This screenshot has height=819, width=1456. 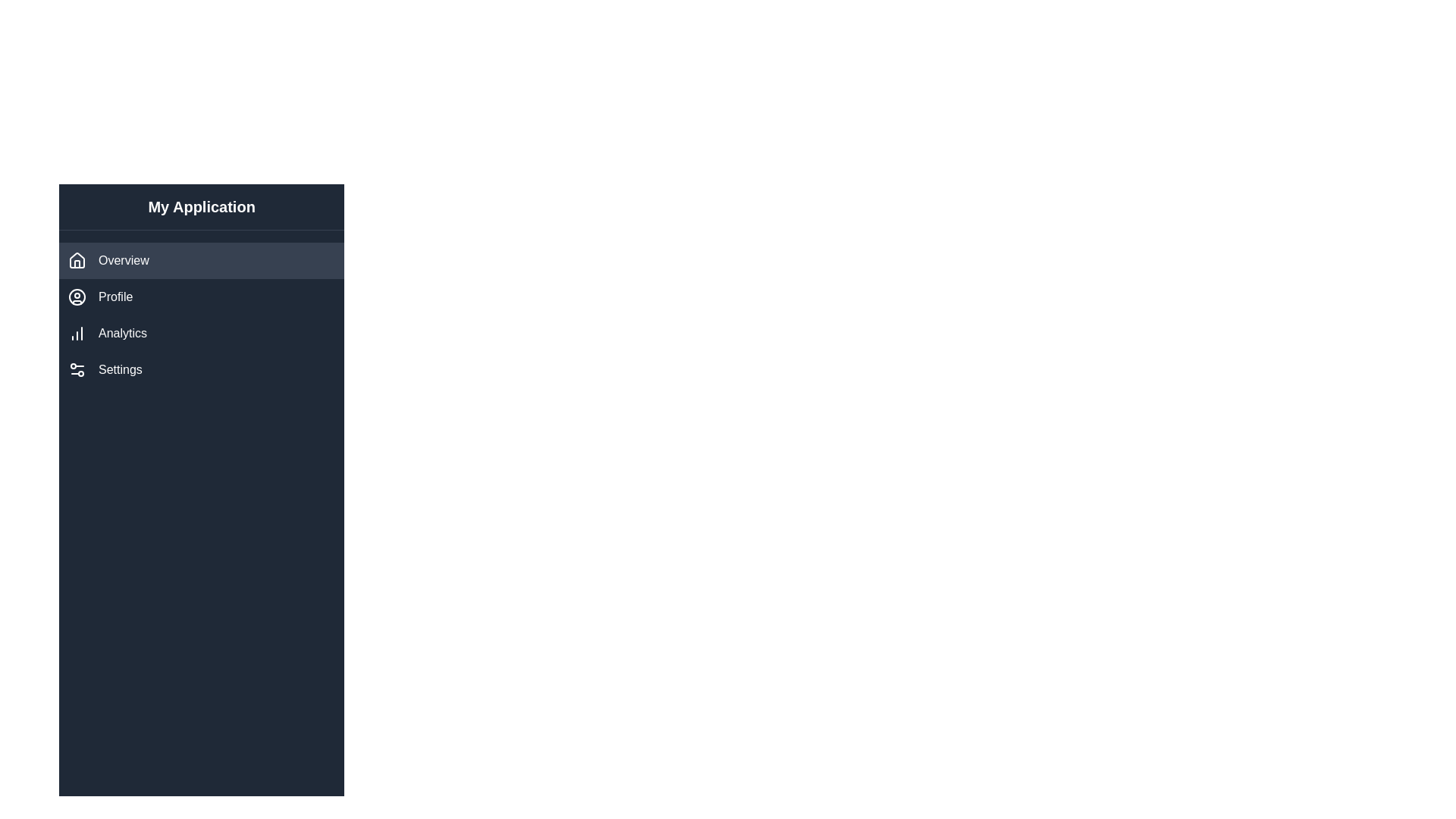 What do you see at coordinates (201, 297) in the screenshot?
I see `the Profile menu item, which is the second item in the vertical stack of menu options` at bounding box center [201, 297].